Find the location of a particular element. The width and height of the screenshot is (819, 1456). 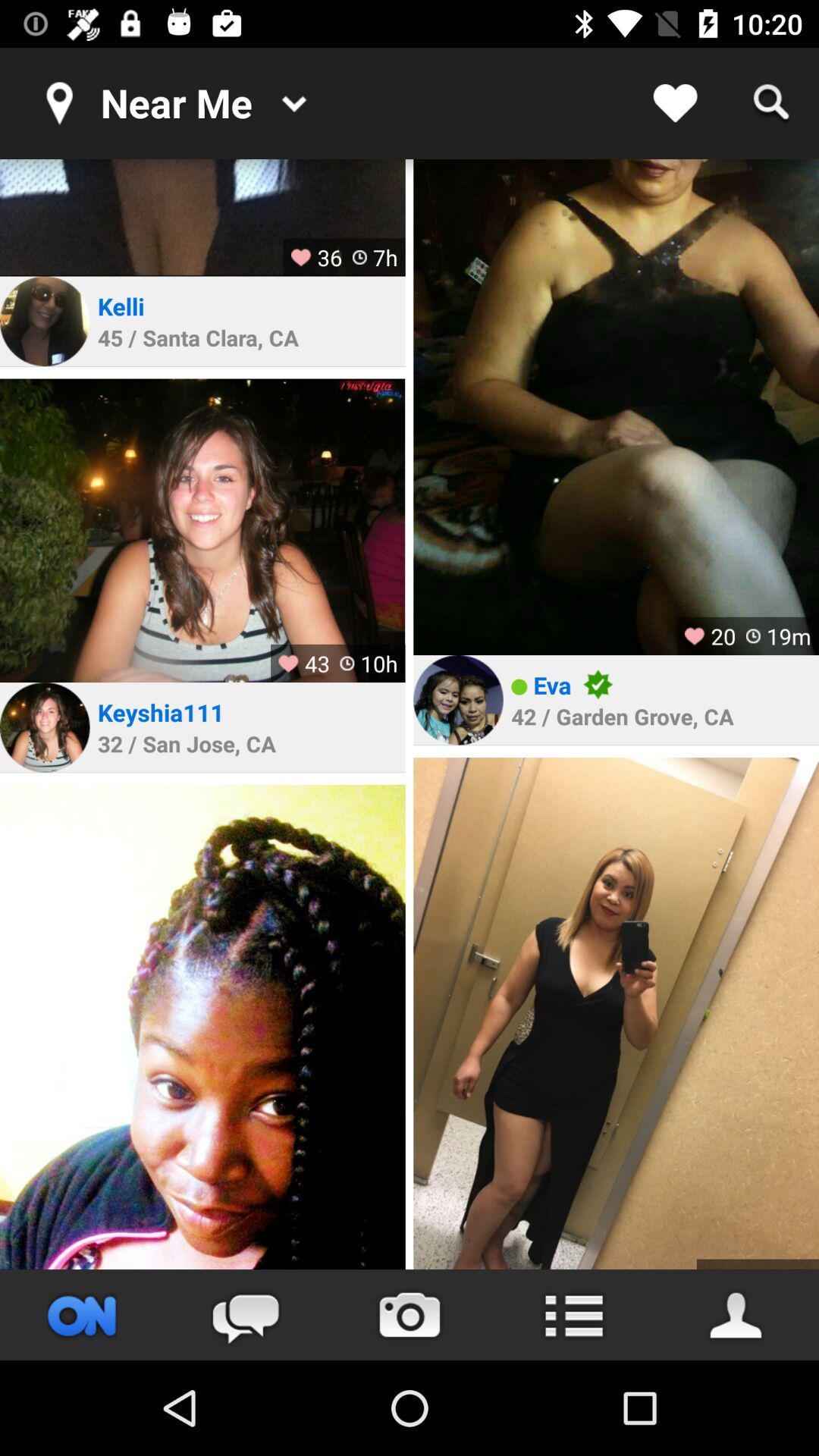

the keyshia111 icon is located at coordinates (161, 711).